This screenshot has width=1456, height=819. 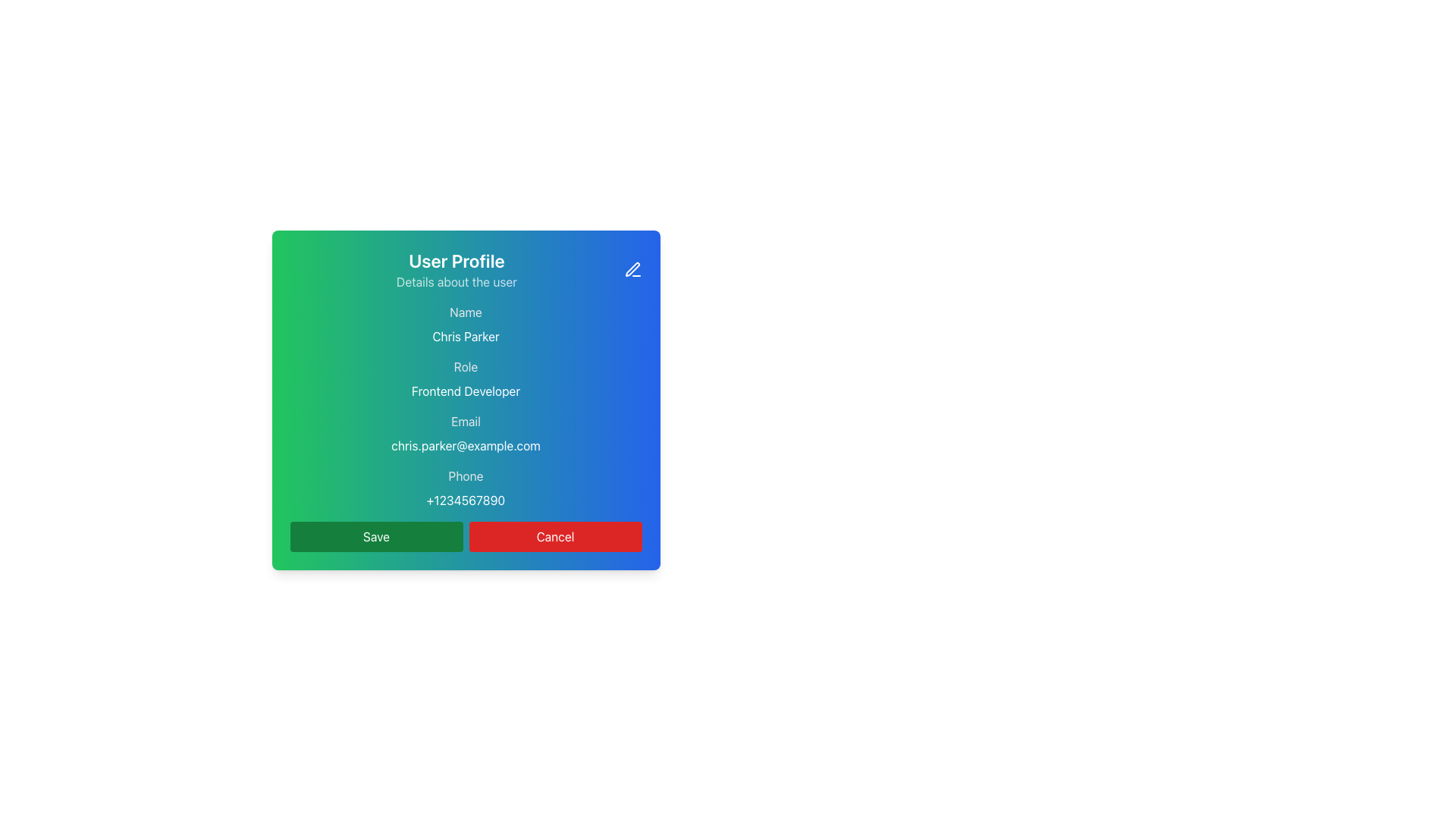 What do you see at coordinates (554, 536) in the screenshot?
I see `the 'Cancel' button, which is a rectangular button with a red background and white text, located in the lower right section of the interface, adjacent to the 'Save' button` at bounding box center [554, 536].